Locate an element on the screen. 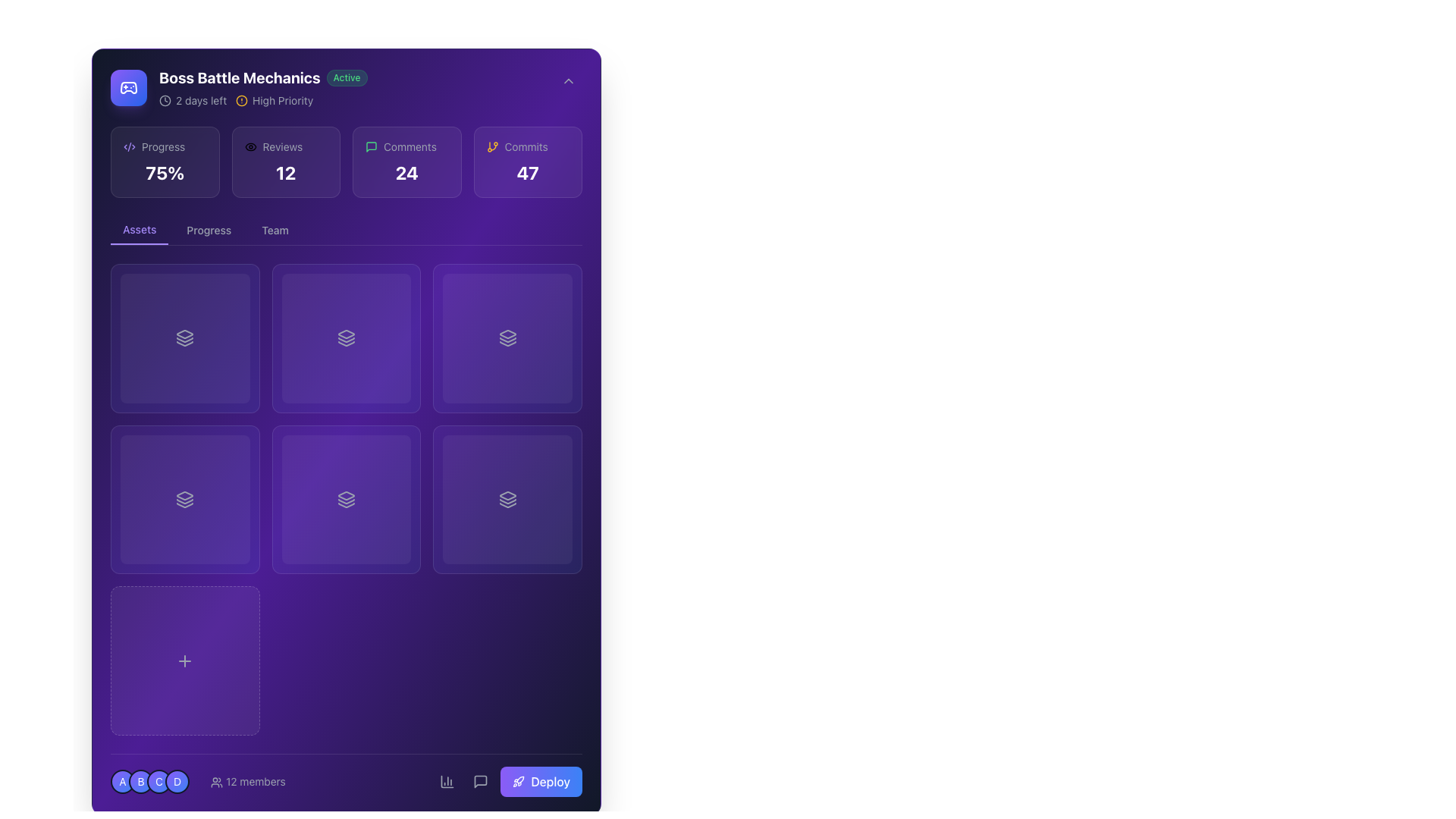 This screenshot has height=819, width=1456. the square-shaped button with rounded corners and a dashed border that has a 'plus' icon in the center to activate the hover effect is located at coordinates (184, 660).